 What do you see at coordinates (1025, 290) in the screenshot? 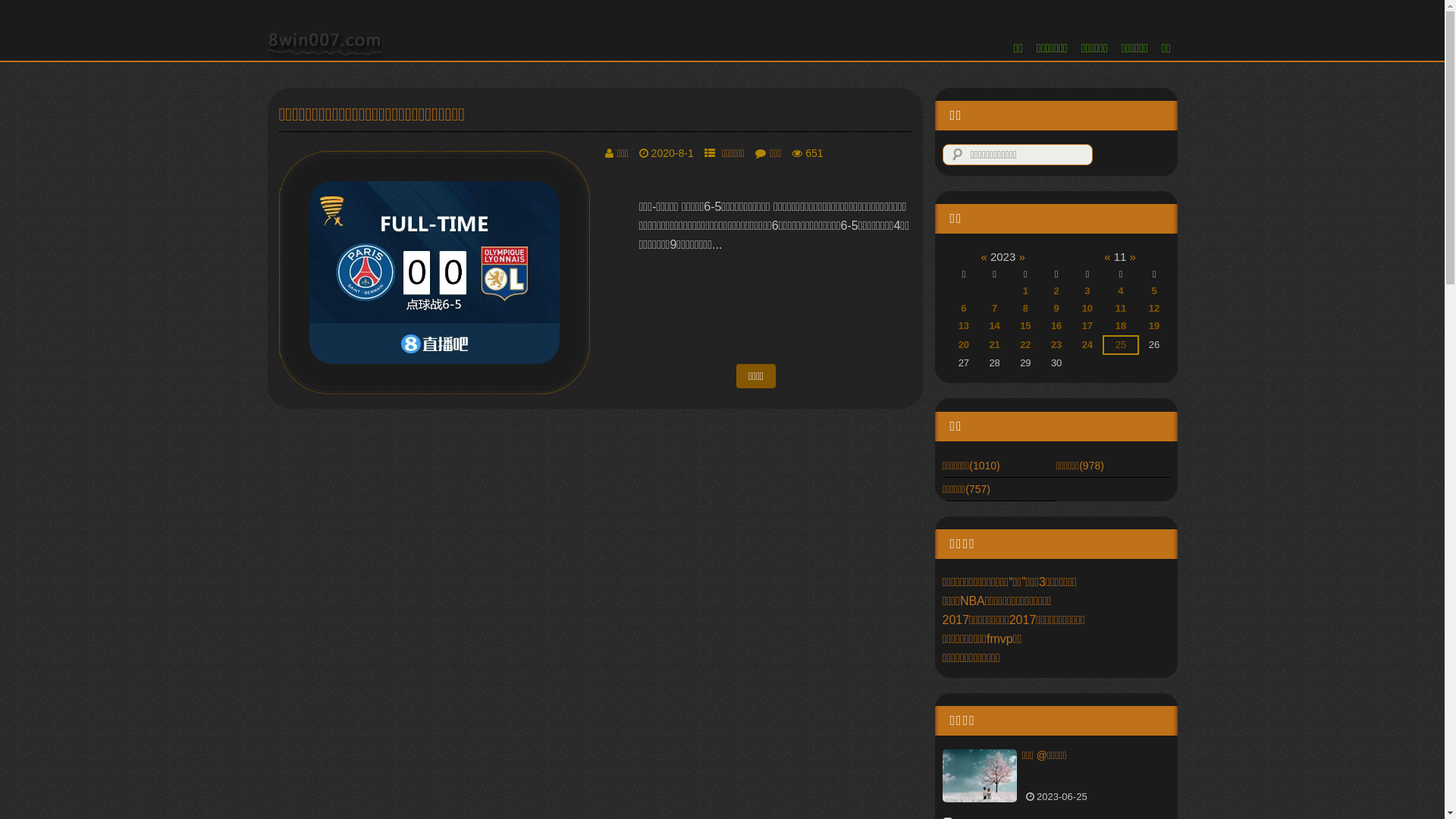
I see `'1'` at bounding box center [1025, 290].